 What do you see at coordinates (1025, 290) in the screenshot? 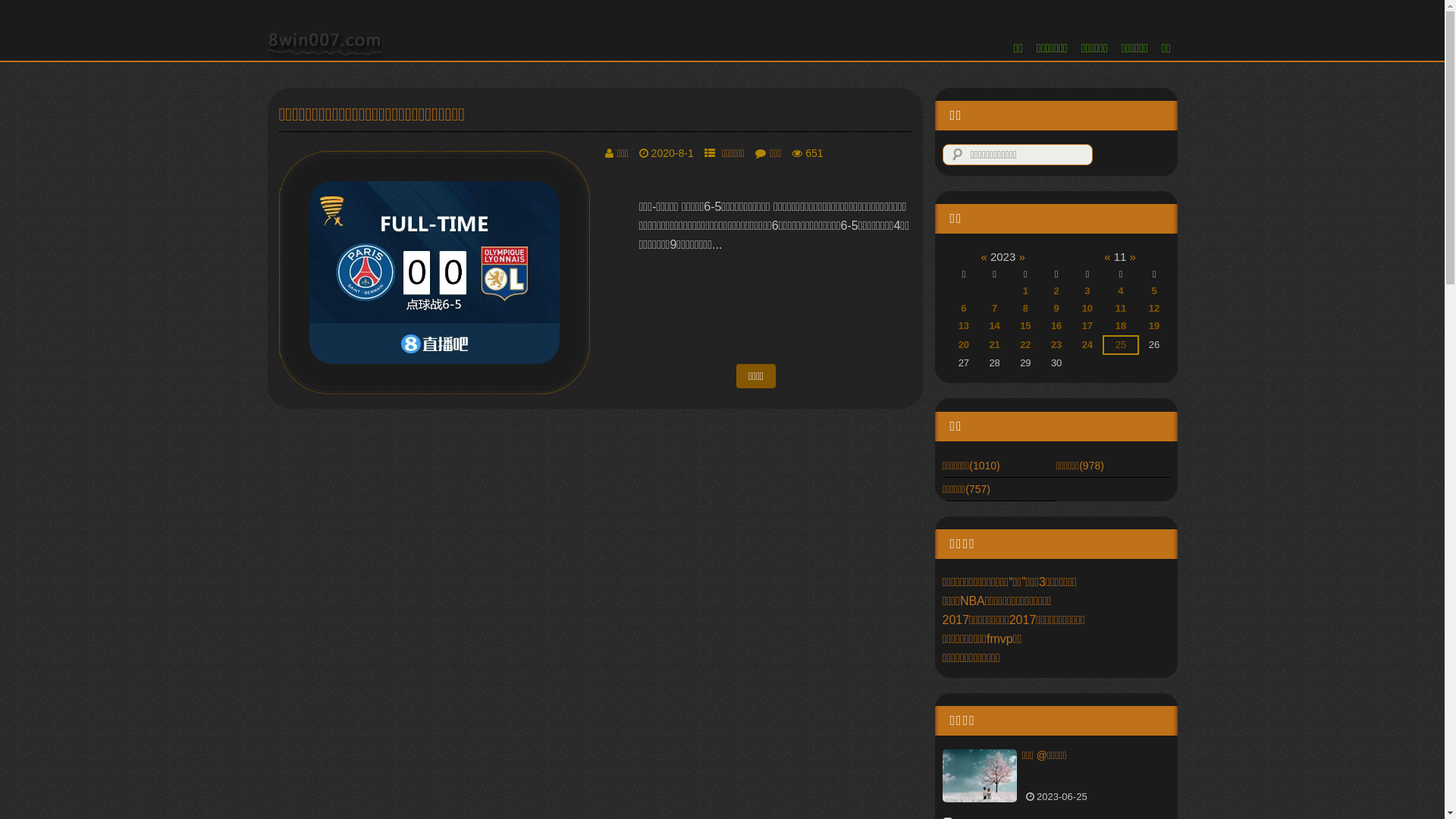
I see `'1'` at bounding box center [1025, 290].